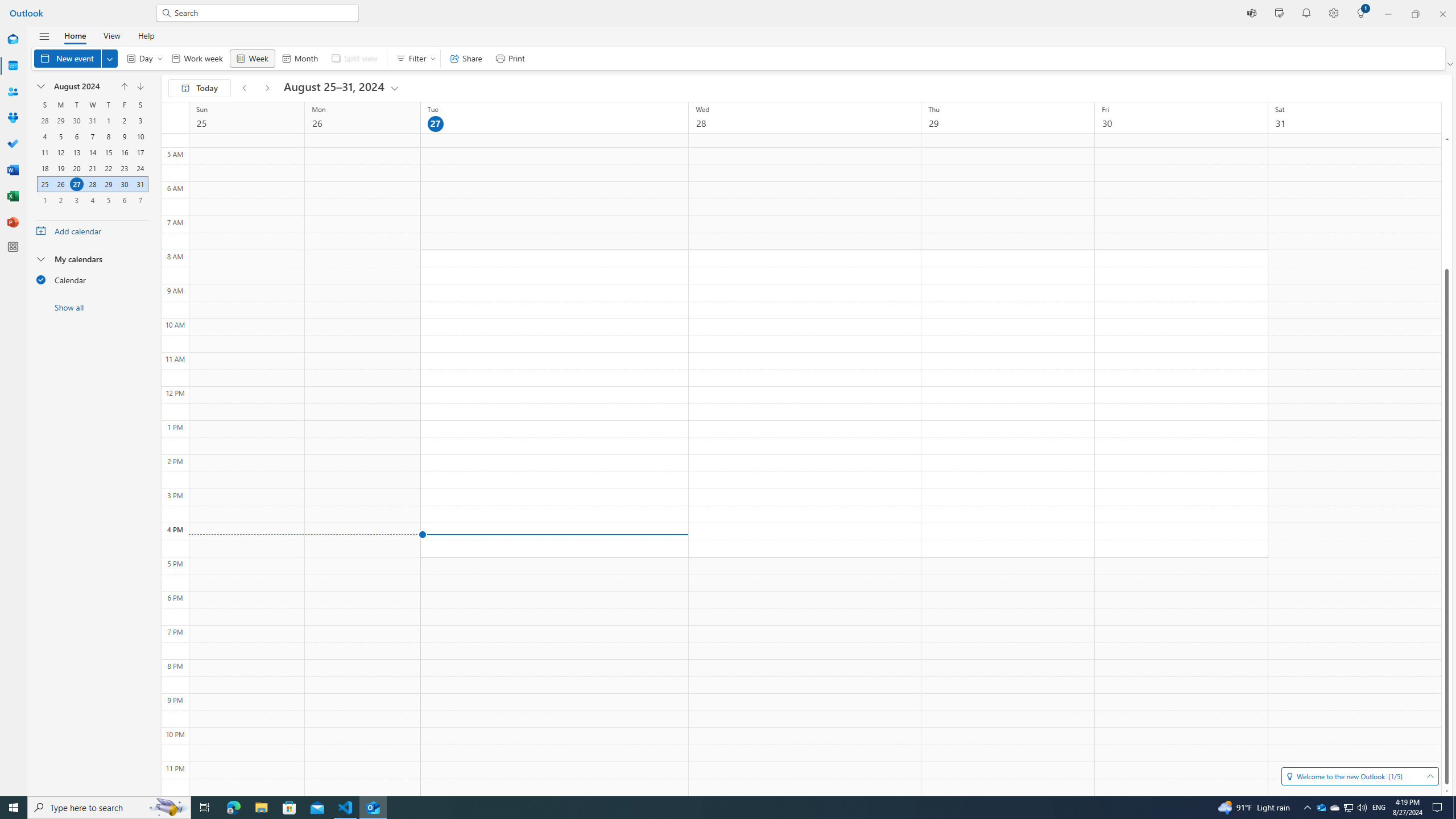 The width and height of the screenshot is (1456, 819). Describe the element at coordinates (107, 152) in the screenshot. I see `'15, August, 2024'` at that location.